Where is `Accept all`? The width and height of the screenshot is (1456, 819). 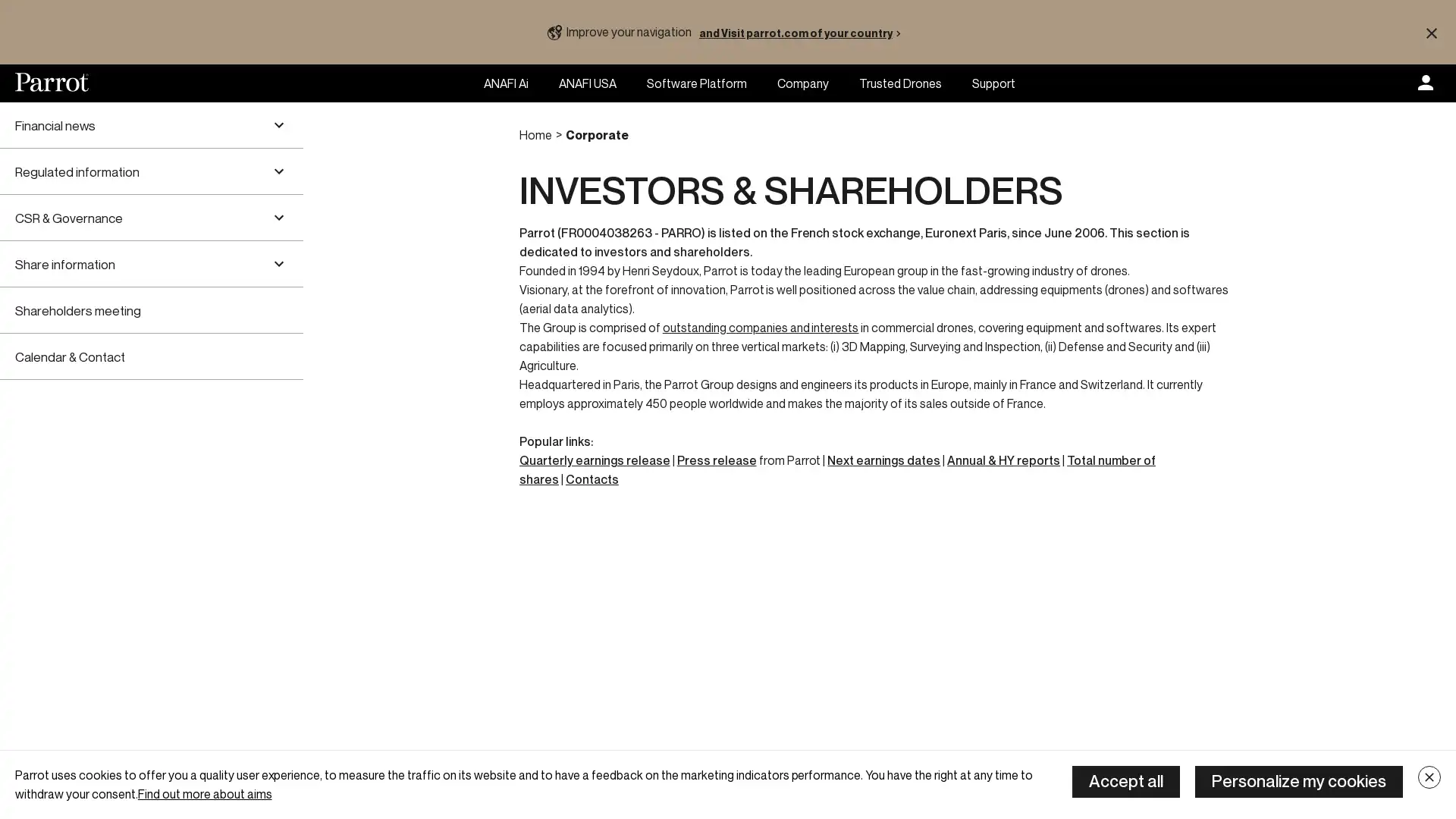 Accept all is located at coordinates (1125, 781).